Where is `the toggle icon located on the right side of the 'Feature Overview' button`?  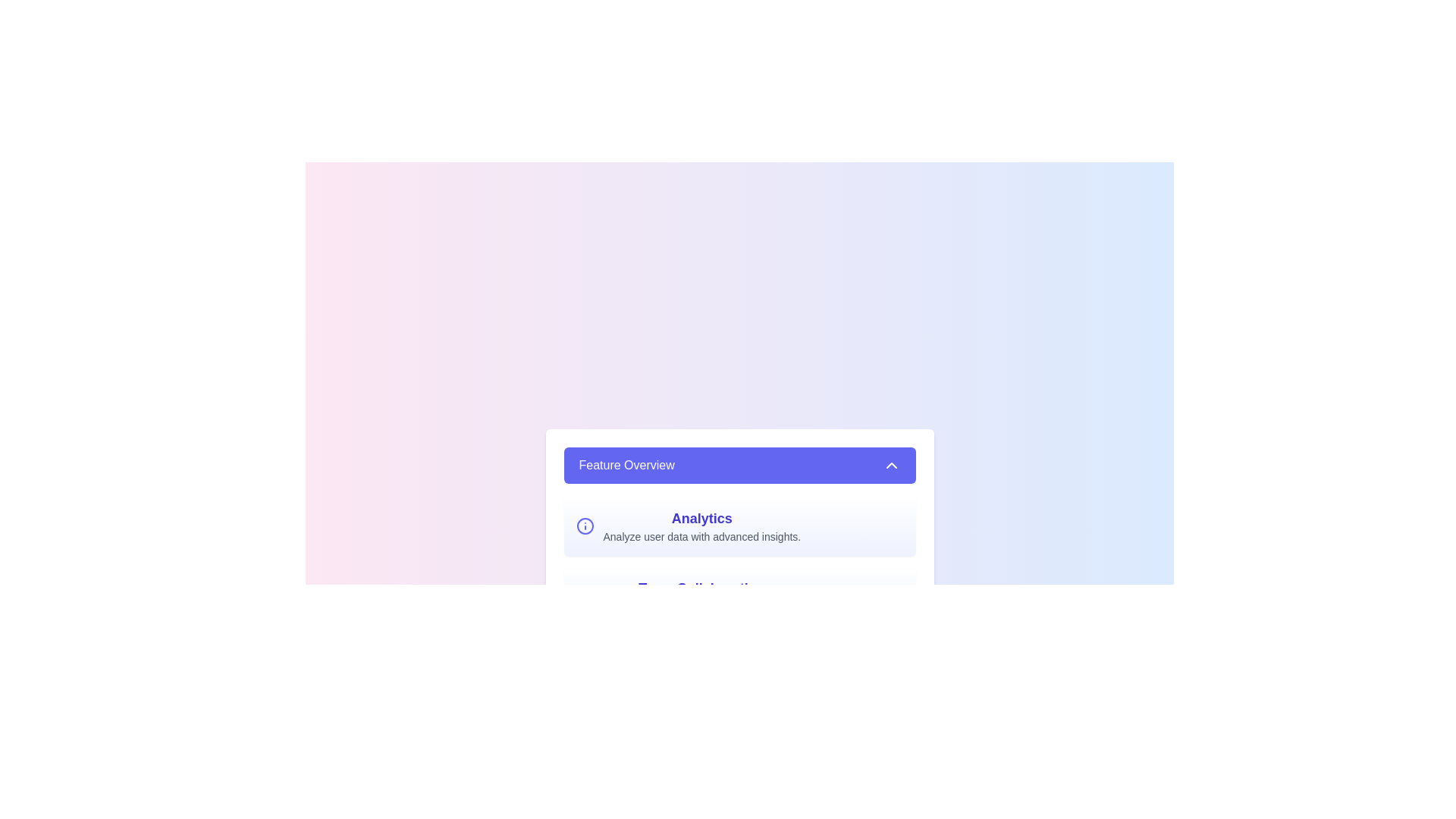 the toggle icon located on the right side of the 'Feature Overview' button is located at coordinates (891, 464).